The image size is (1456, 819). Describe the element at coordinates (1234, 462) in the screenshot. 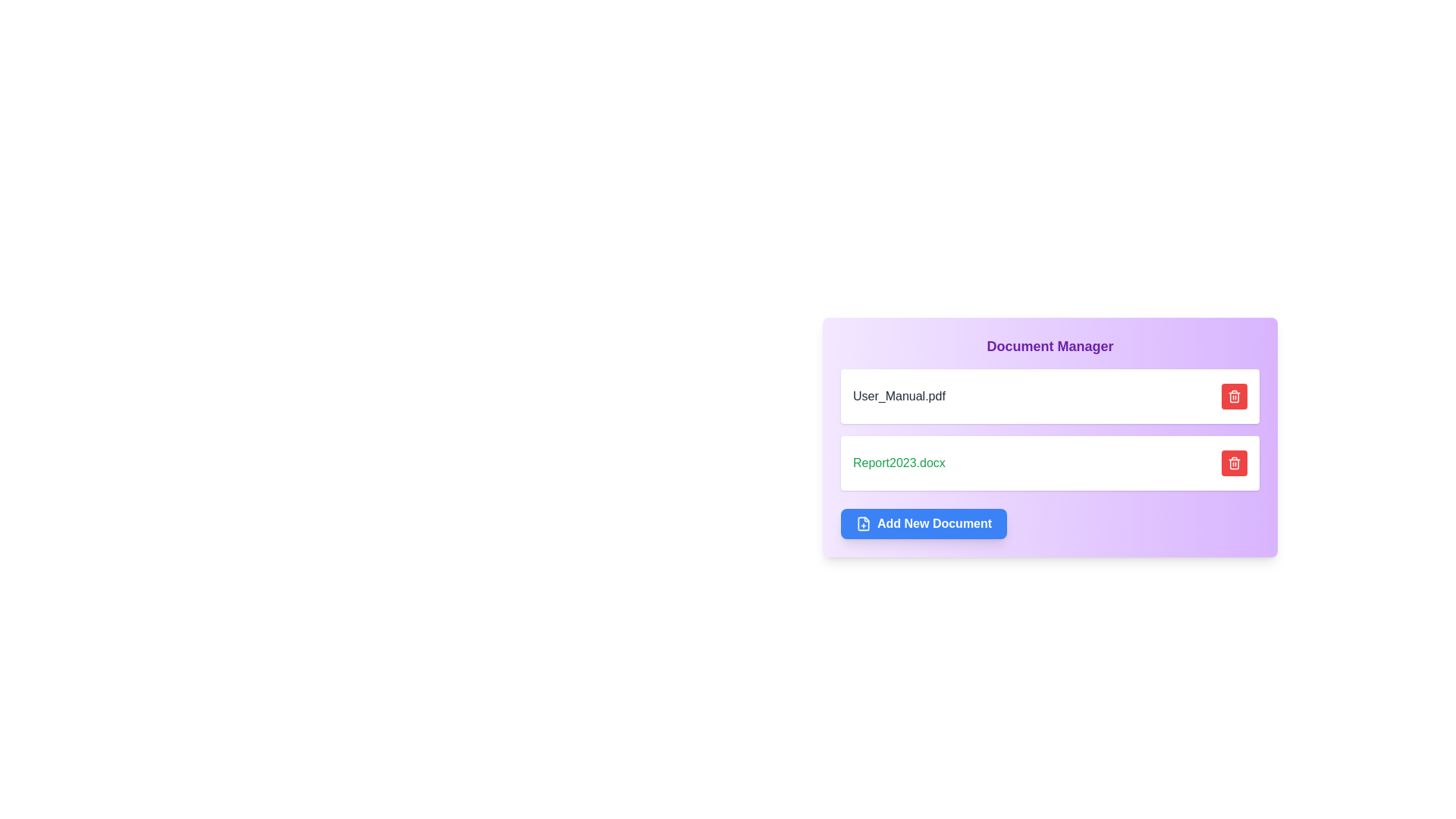

I see `the delete button for the 'Report2023.docx' document located at the far-right end of the second row in the 'Document Manager' interface to trigger a tooltip` at that location.